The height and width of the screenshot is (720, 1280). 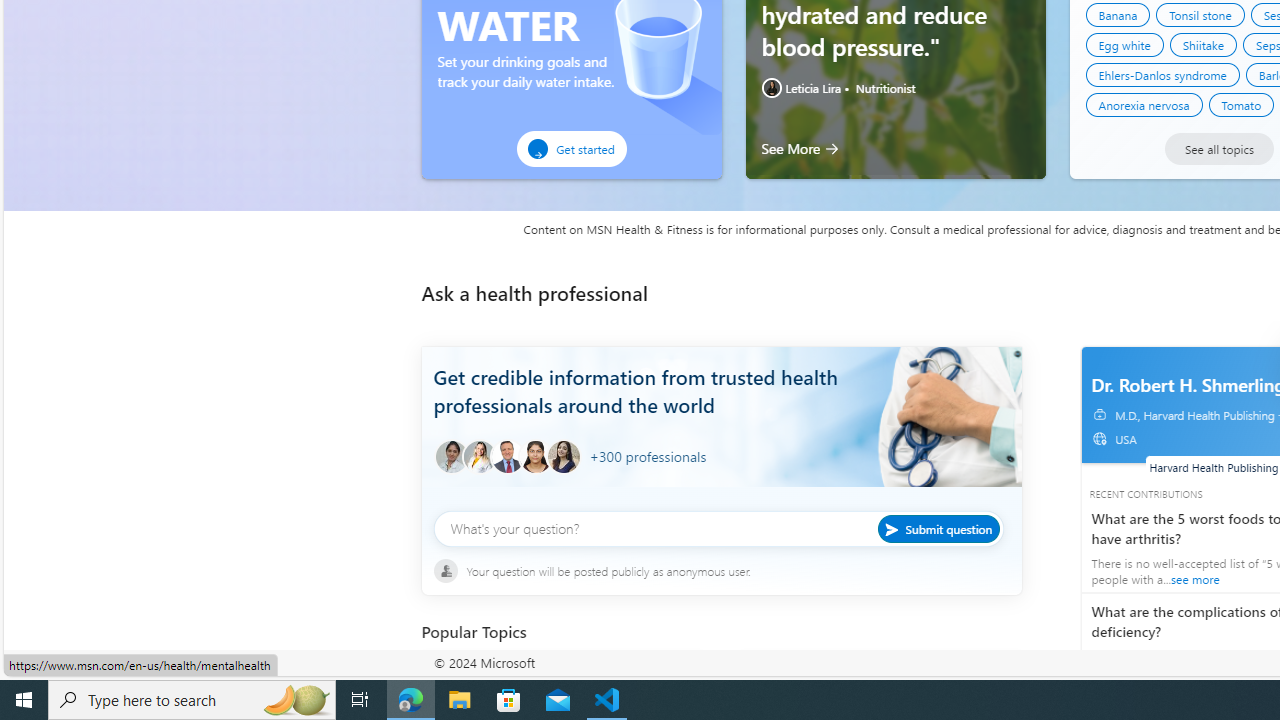 What do you see at coordinates (1144, 104) in the screenshot?
I see `'Anorexia nervosa'` at bounding box center [1144, 104].